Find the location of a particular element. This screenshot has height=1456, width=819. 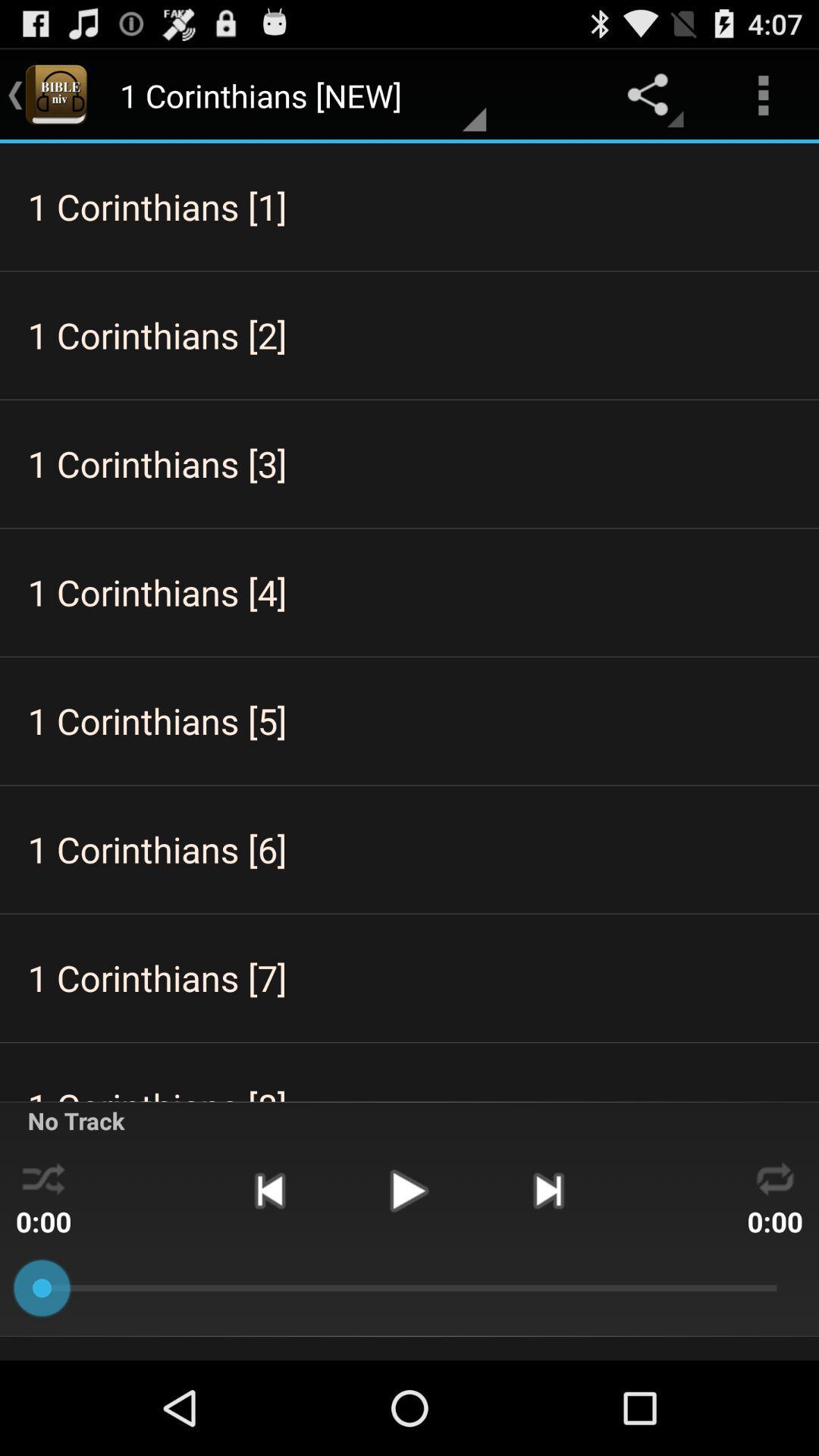

the skip_previous icon is located at coordinates (268, 1274).